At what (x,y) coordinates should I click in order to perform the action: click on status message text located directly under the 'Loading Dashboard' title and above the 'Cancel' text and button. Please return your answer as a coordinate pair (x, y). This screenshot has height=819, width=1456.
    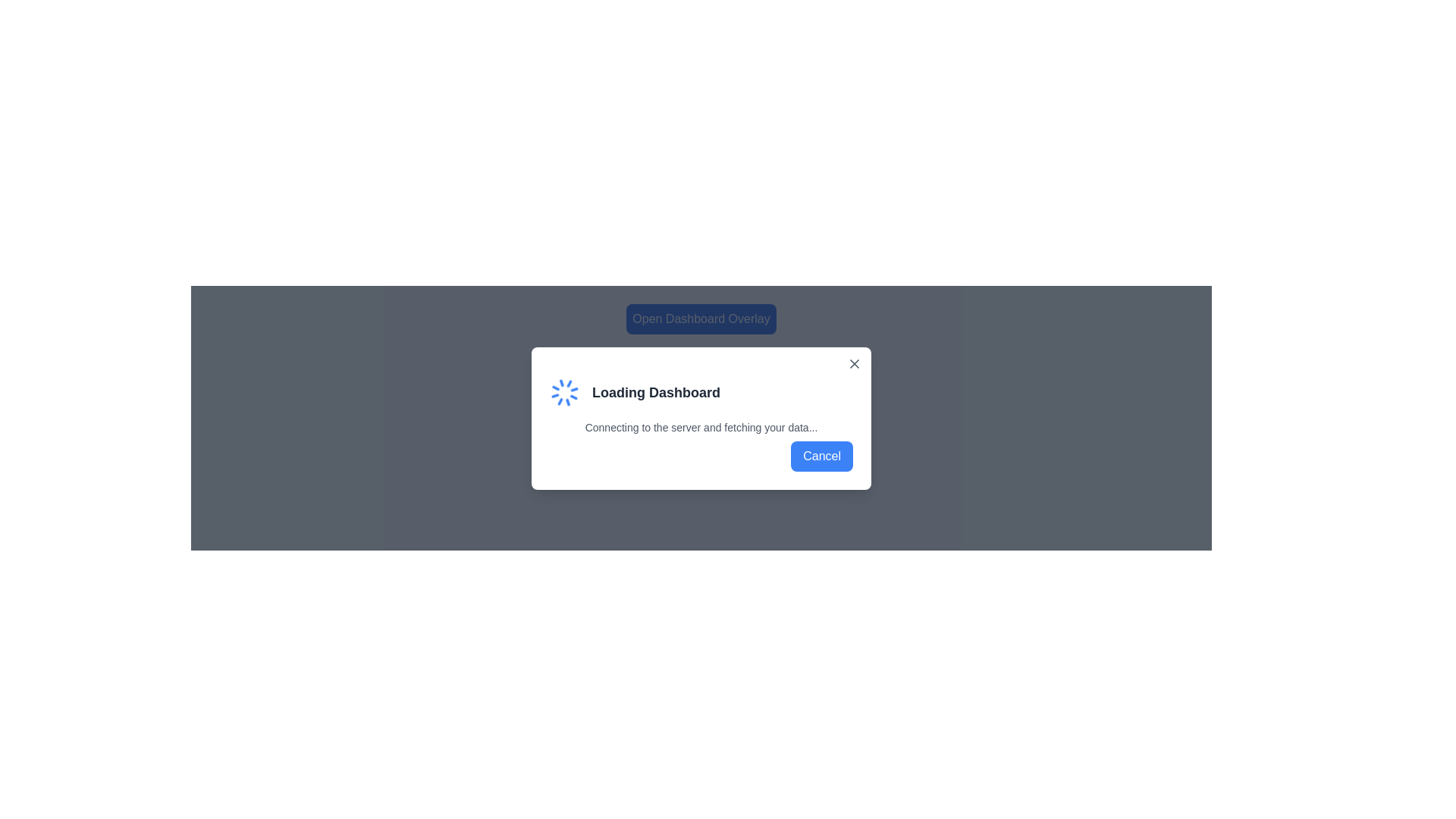
    Looking at the image, I should click on (701, 427).